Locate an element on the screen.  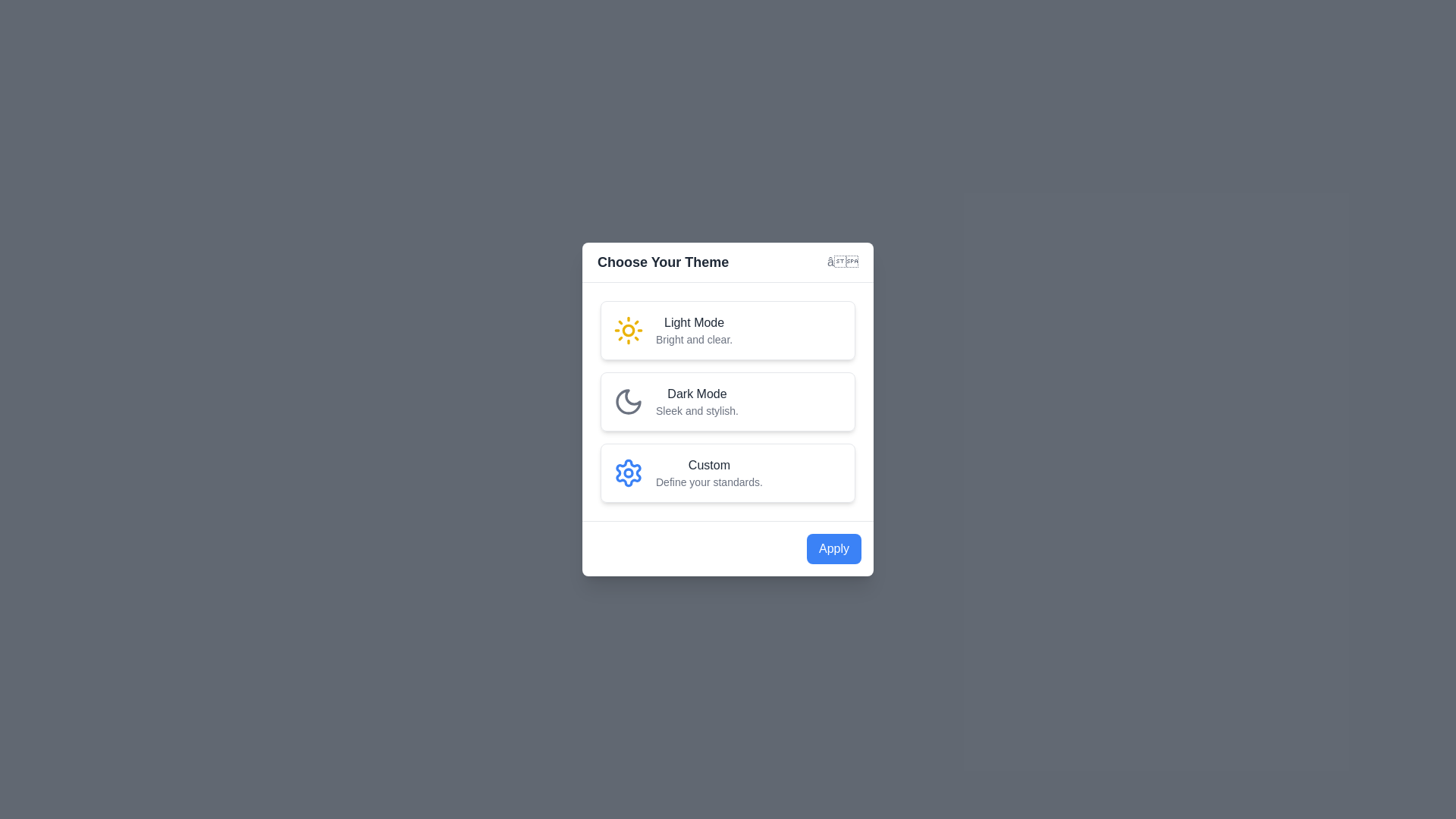
the theme card for Custom theme is located at coordinates (728, 472).